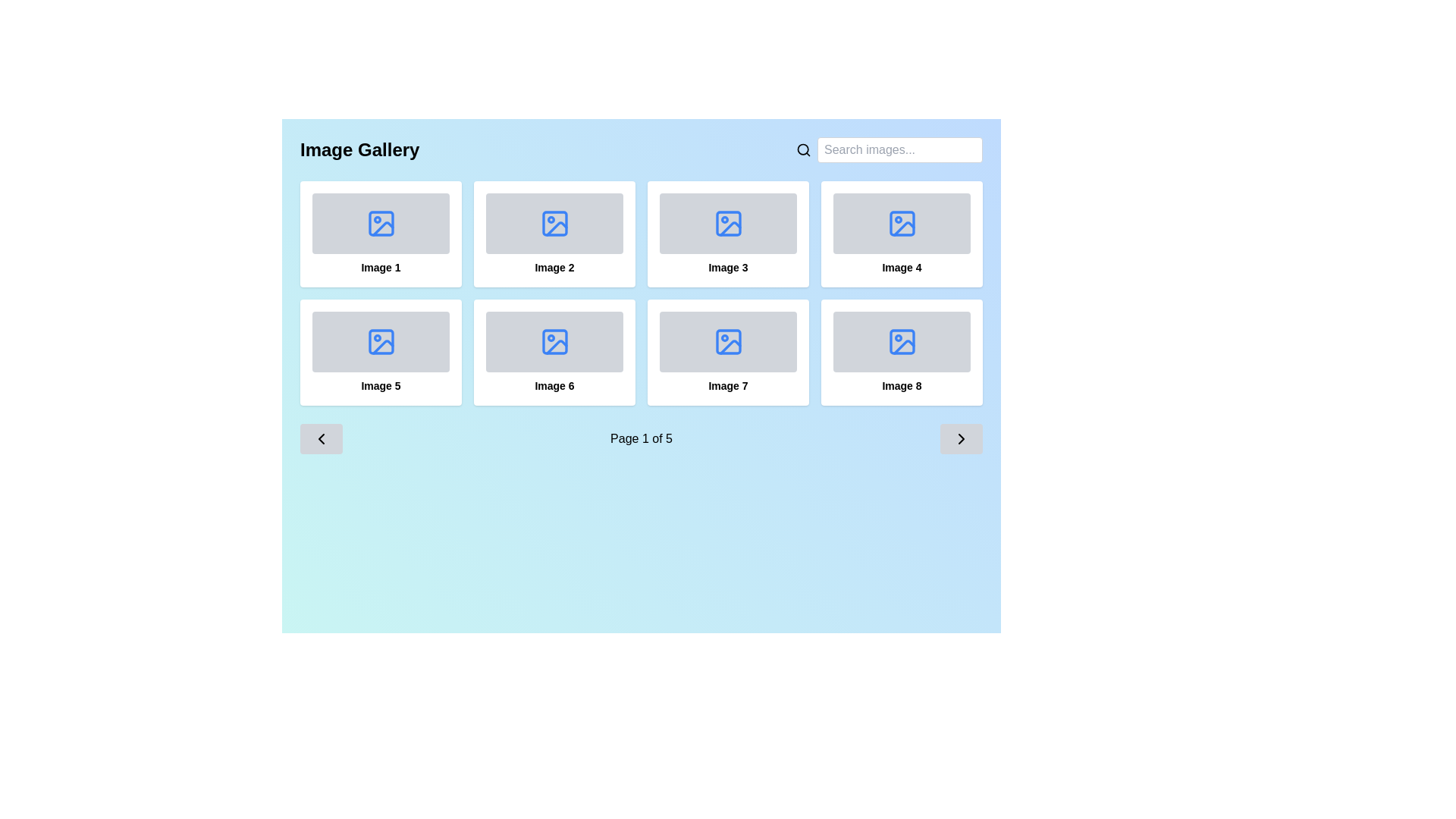 This screenshot has height=819, width=1456. I want to click on the first item in the image gallery labeled 'Image 1', which is located at the top left corner of the grid layout, so click(381, 234).